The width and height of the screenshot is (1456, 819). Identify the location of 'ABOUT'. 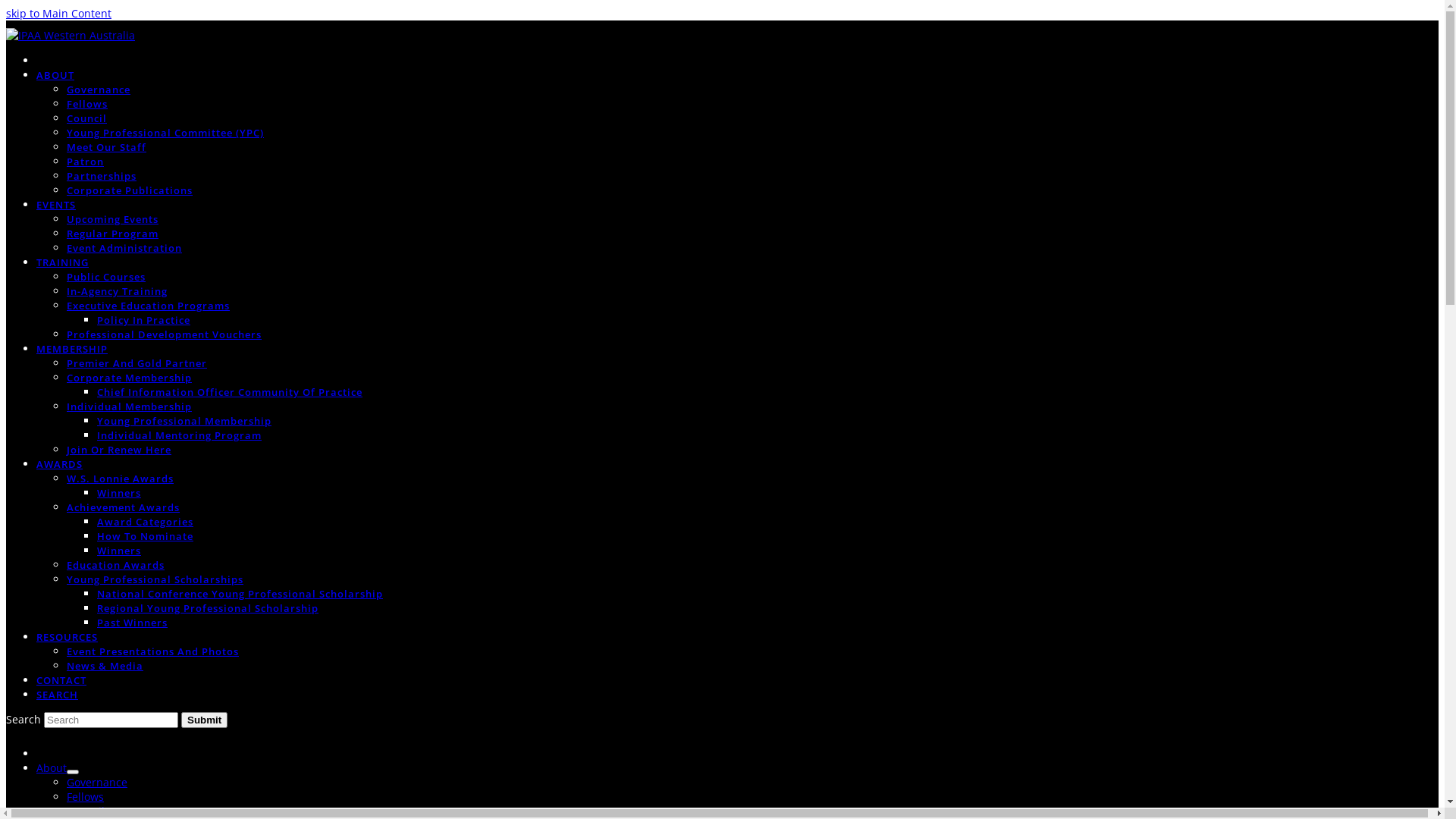
(55, 74).